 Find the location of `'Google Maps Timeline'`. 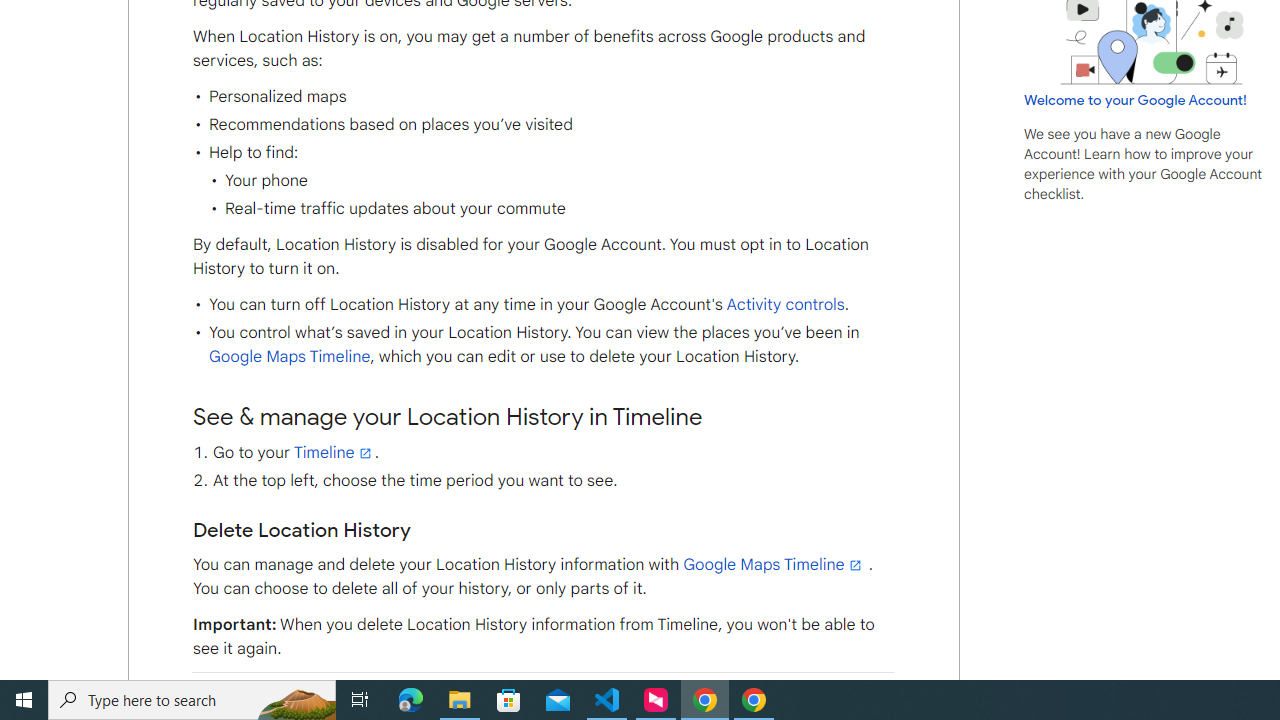

'Google Maps Timeline' is located at coordinates (773, 565).